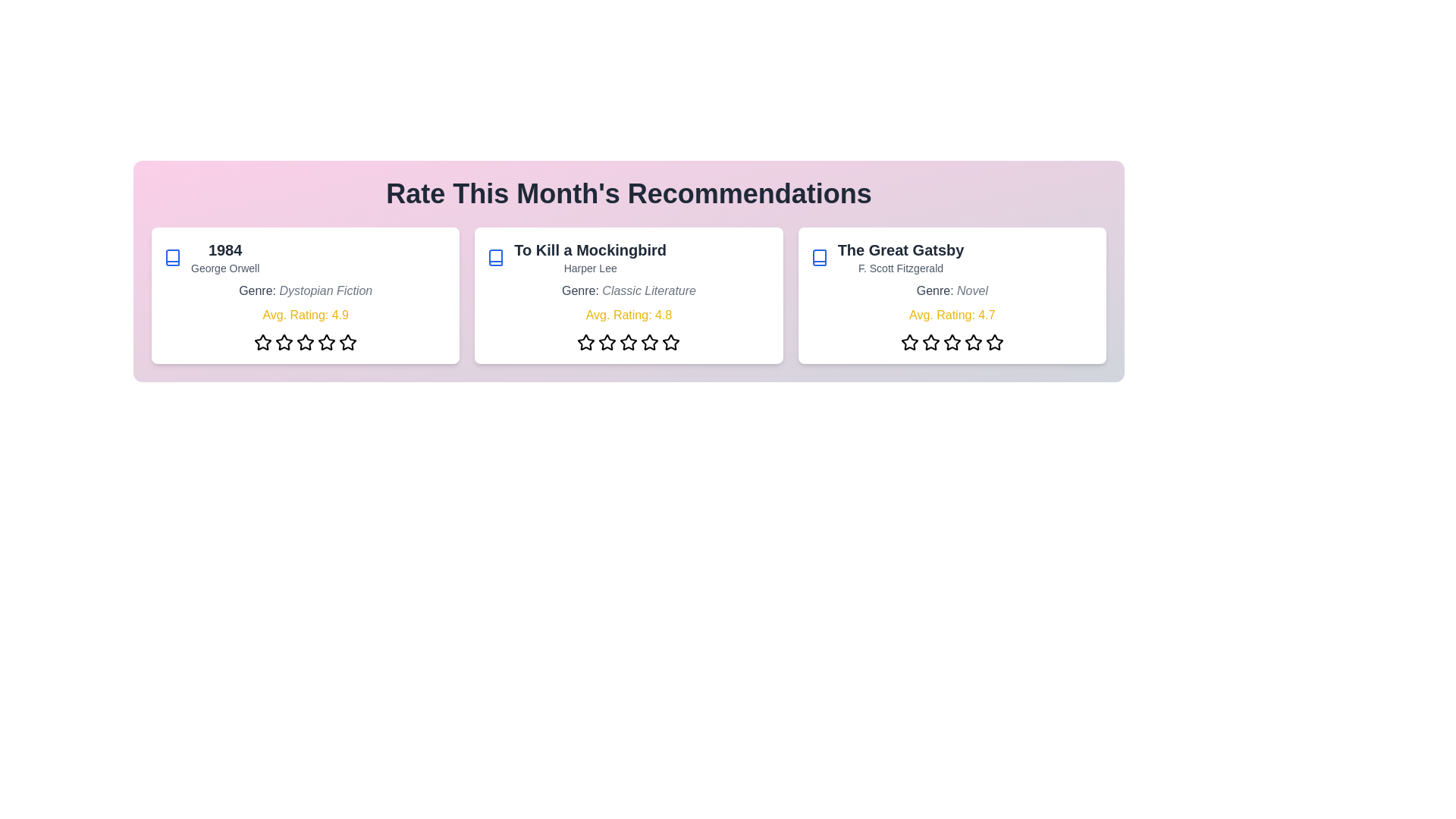  I want to click on the book card for 'To Kill a Mockingbird', so click(629, 295).